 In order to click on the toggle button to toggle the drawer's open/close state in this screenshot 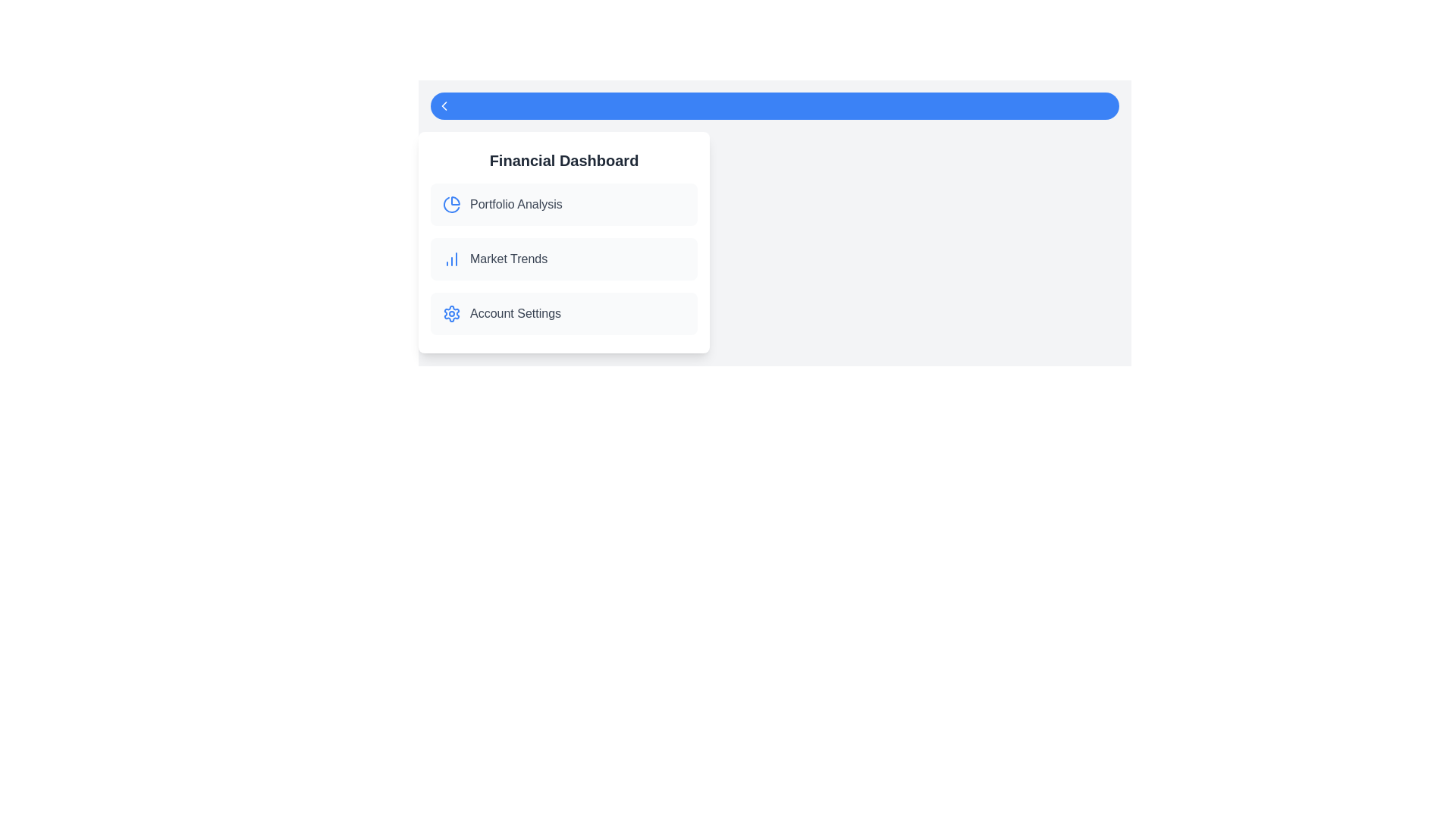, I will do `click(775, 105)`.